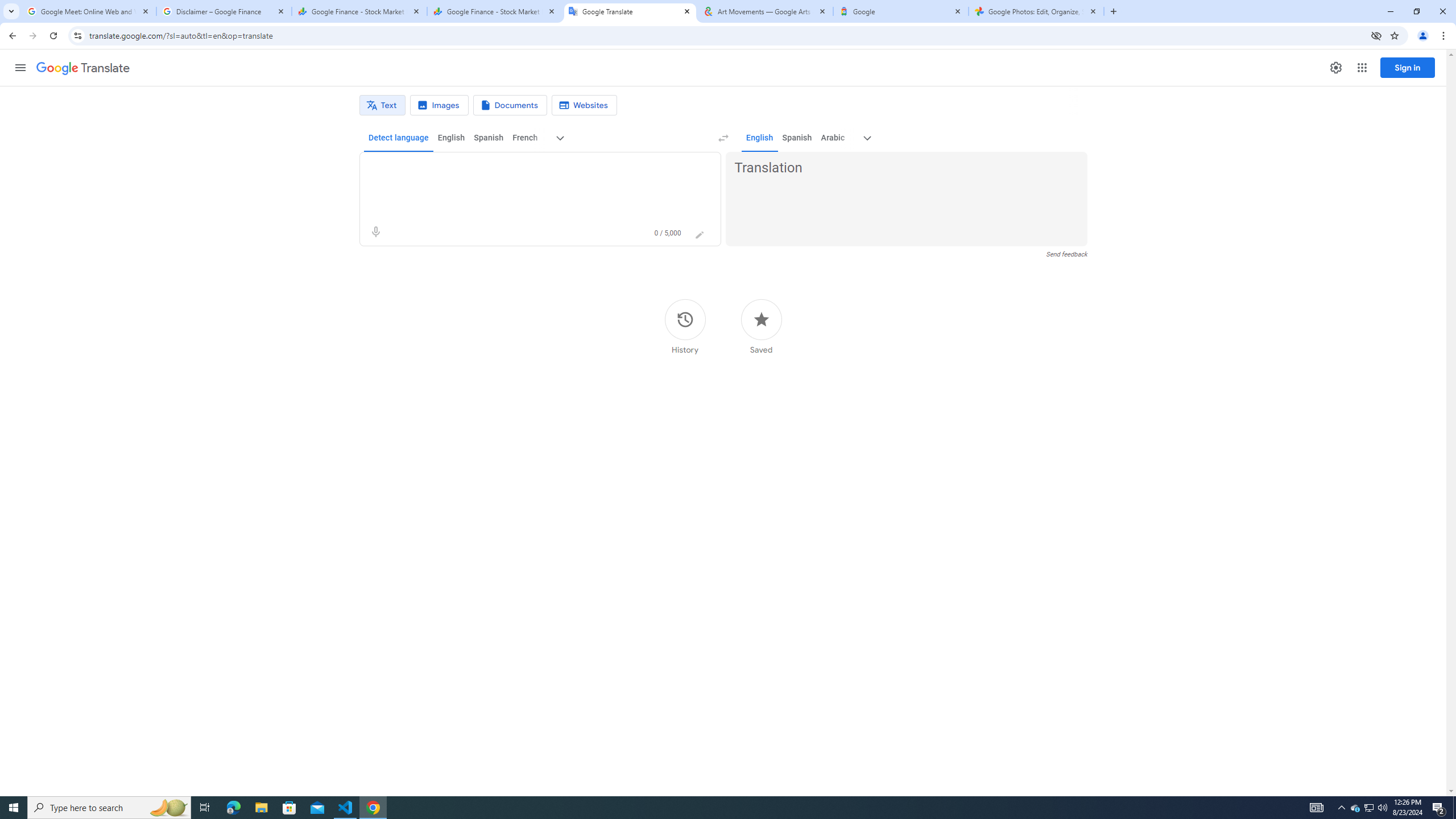  I want to click on 'More source languages', so click(560, 138).